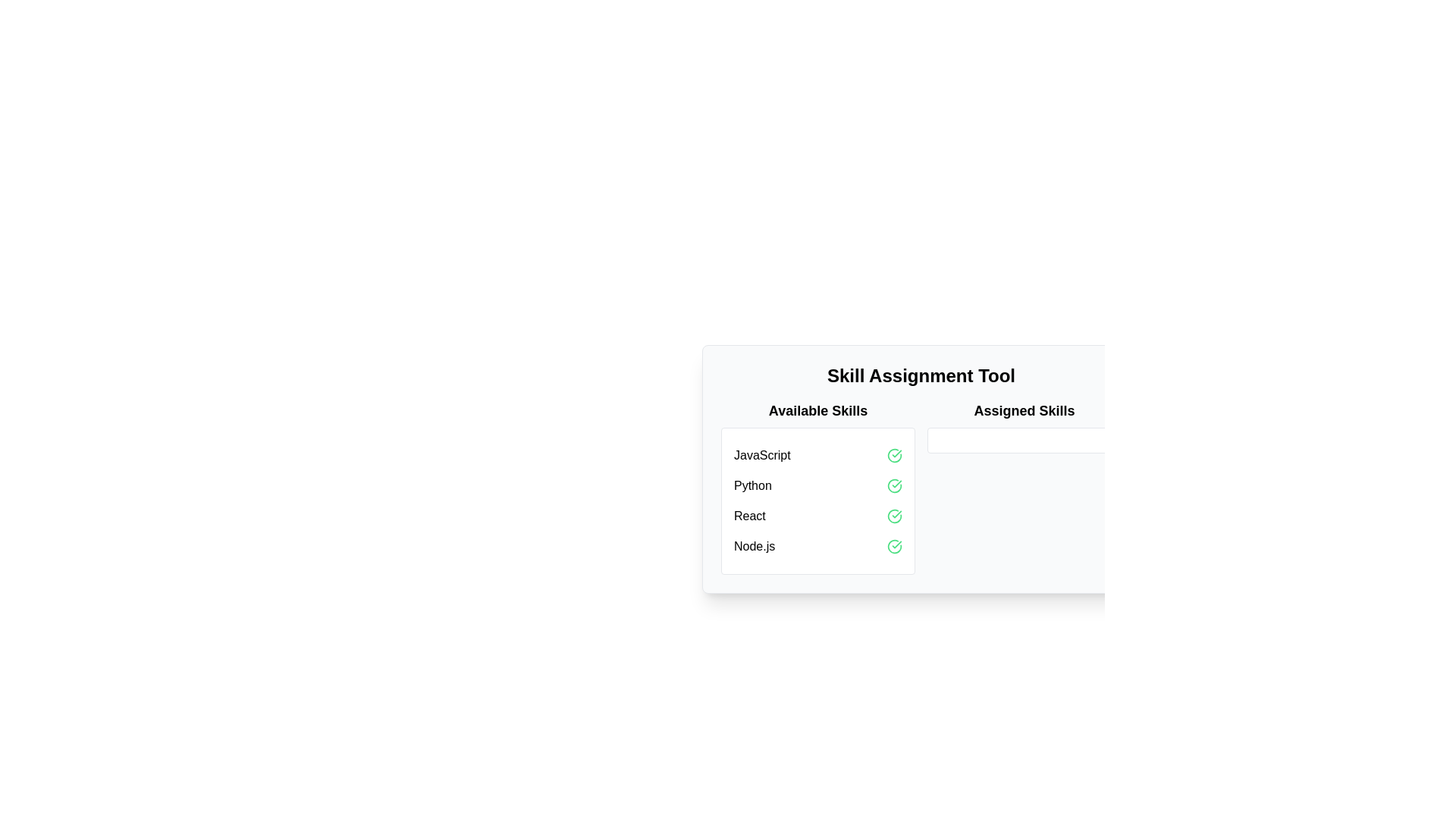 This screenshot has height=819, width=1456. I want to click on the third skill label in the 'Available Skills' section of the 'Skill Assignment Tool' interface, so click(749, 516).